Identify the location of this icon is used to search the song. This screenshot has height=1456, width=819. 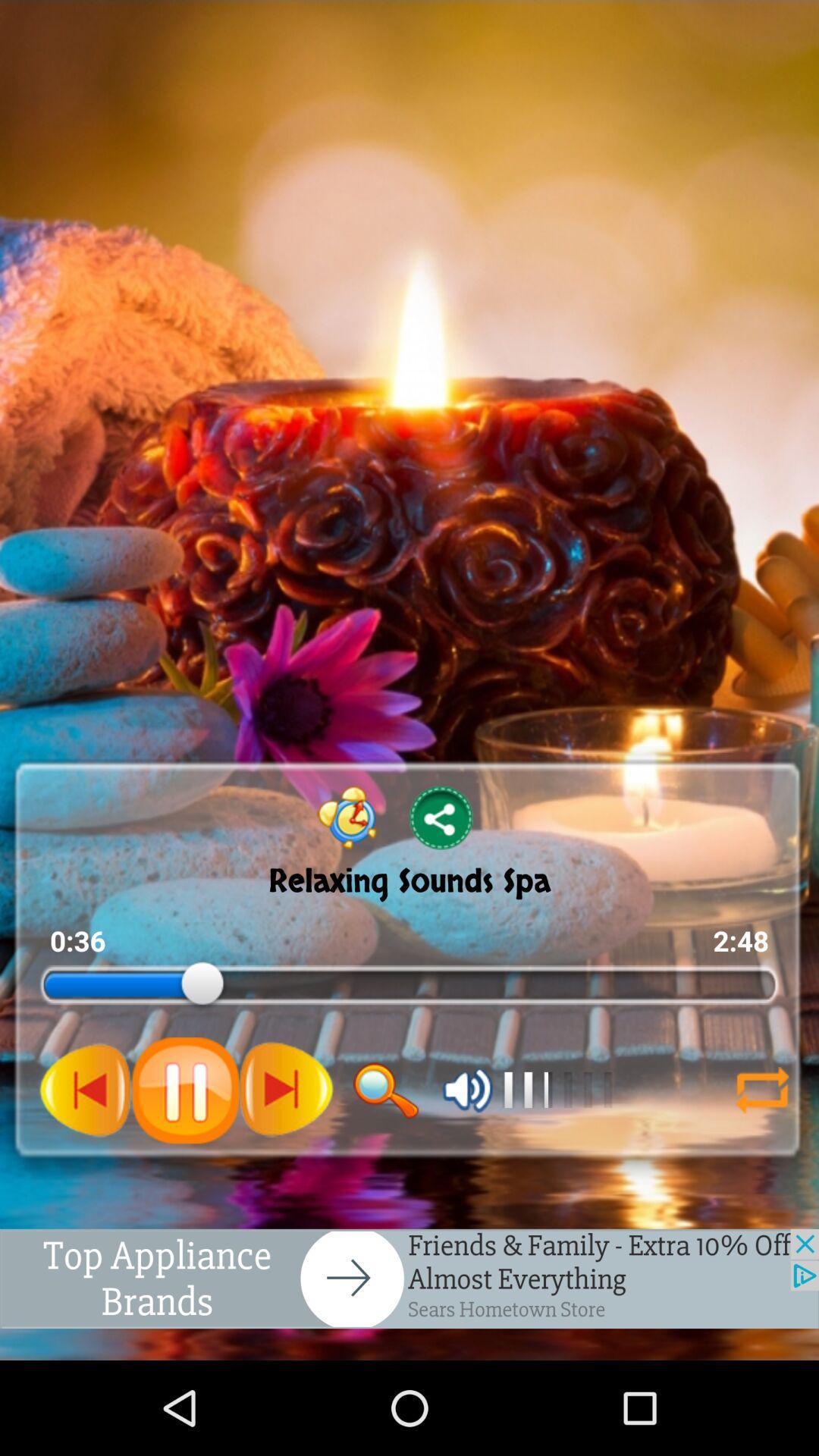
(385, 1090).